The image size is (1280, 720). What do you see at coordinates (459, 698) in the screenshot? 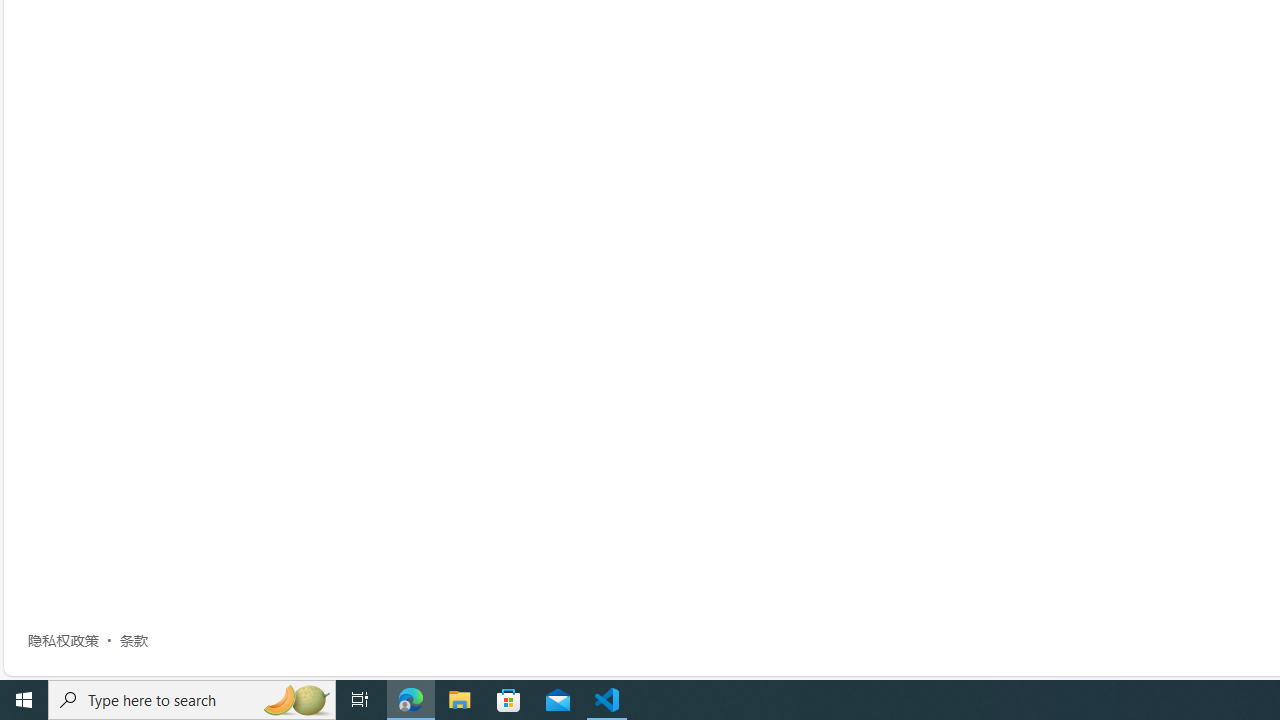
I see `'File Explorer'` at bounding box center [459, 698].